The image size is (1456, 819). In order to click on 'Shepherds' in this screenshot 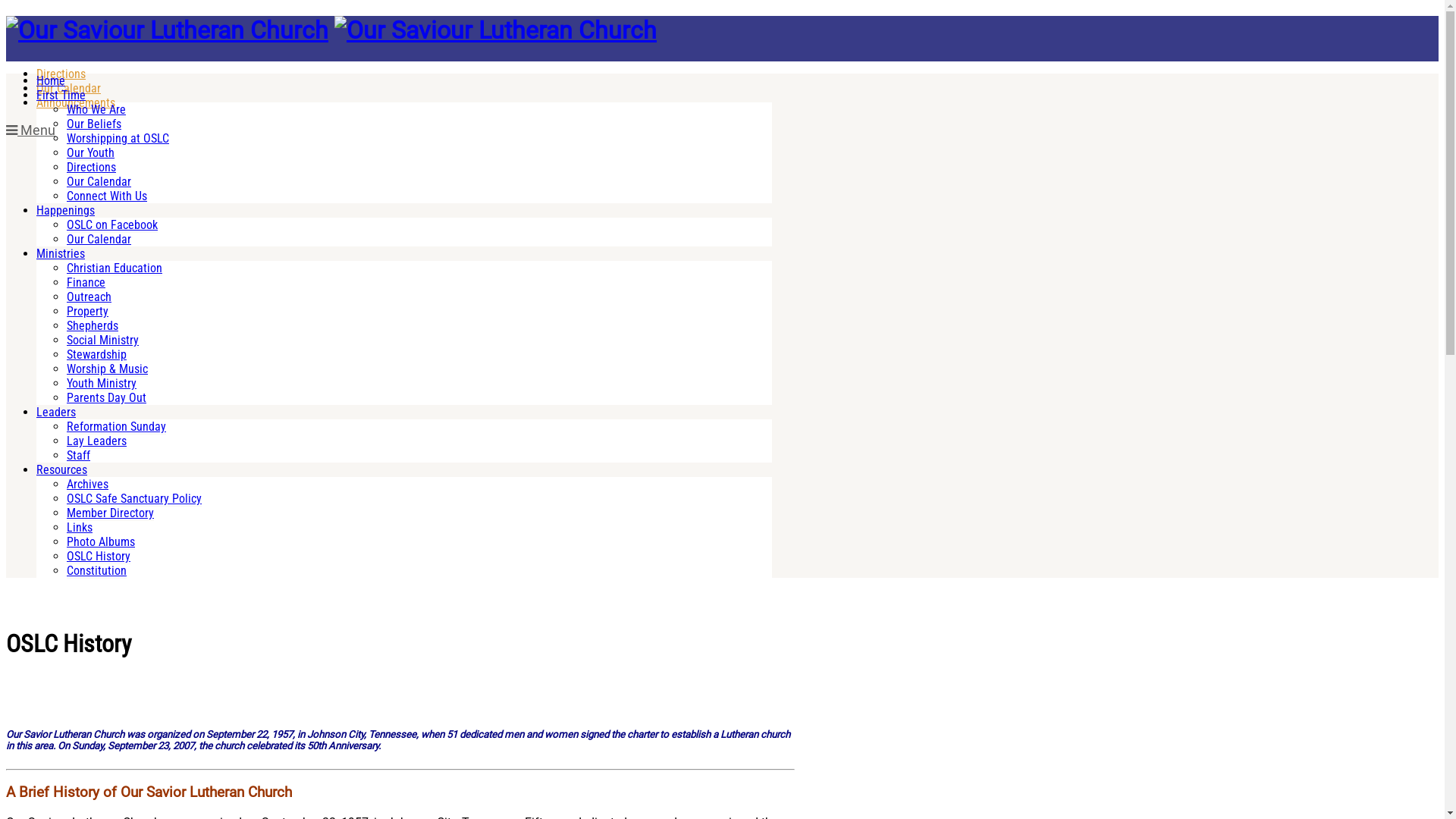, I will do `click(65, 325)`.